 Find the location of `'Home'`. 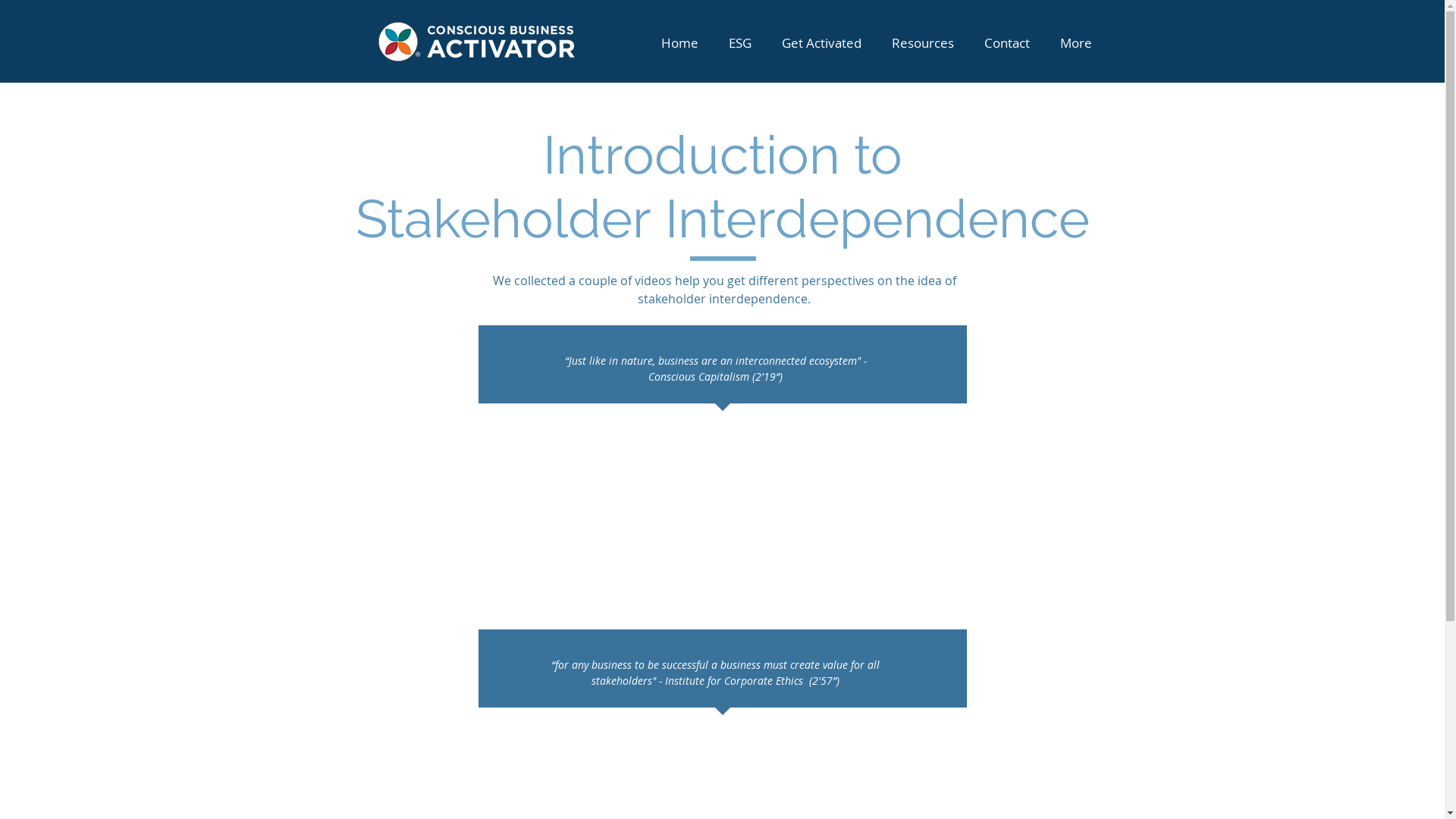

'Home' is located at coordinates (679, 42).